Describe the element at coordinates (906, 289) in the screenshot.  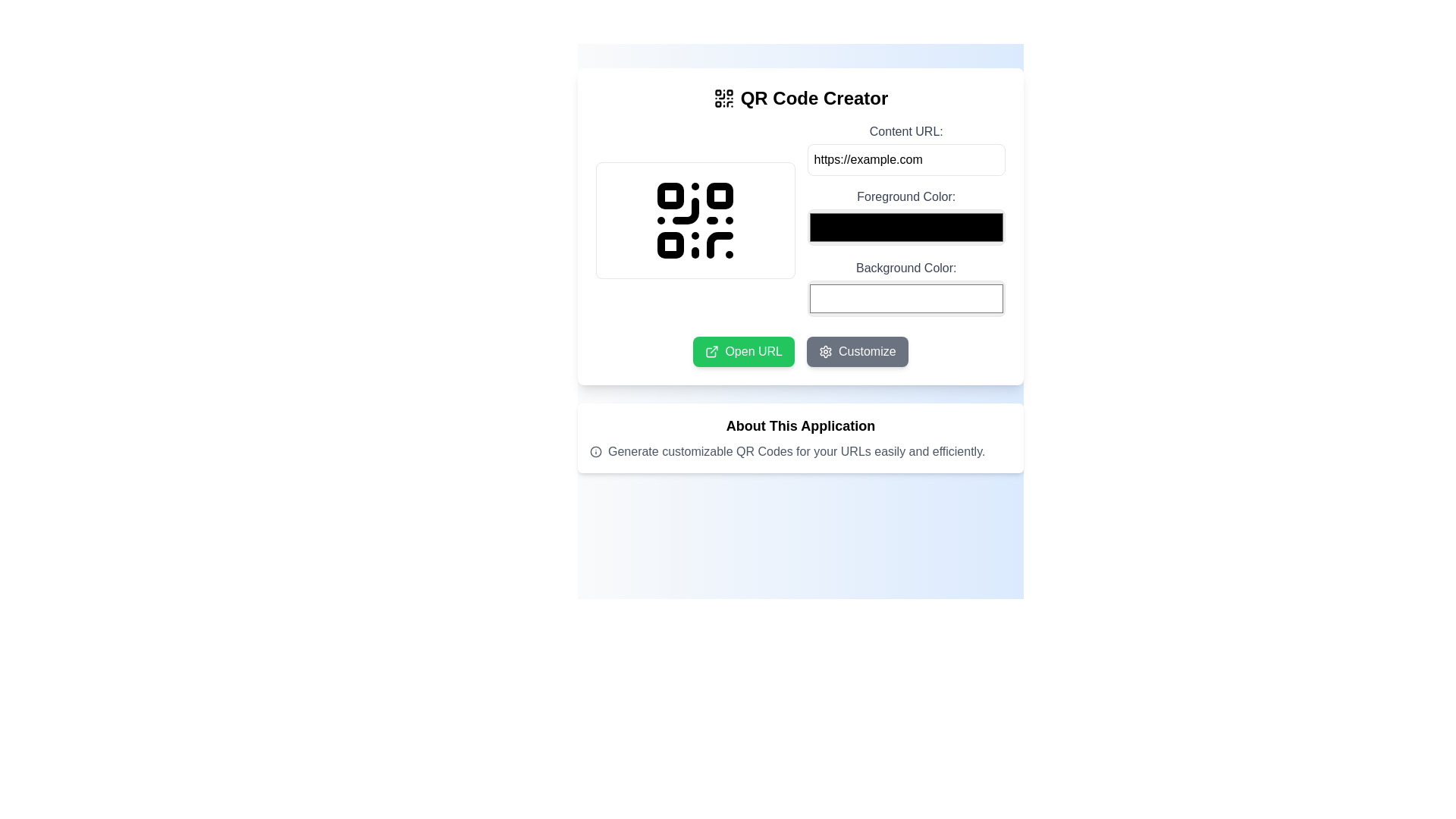
I see `the rectangular color input field labeled 'Background Color:'` at that location.